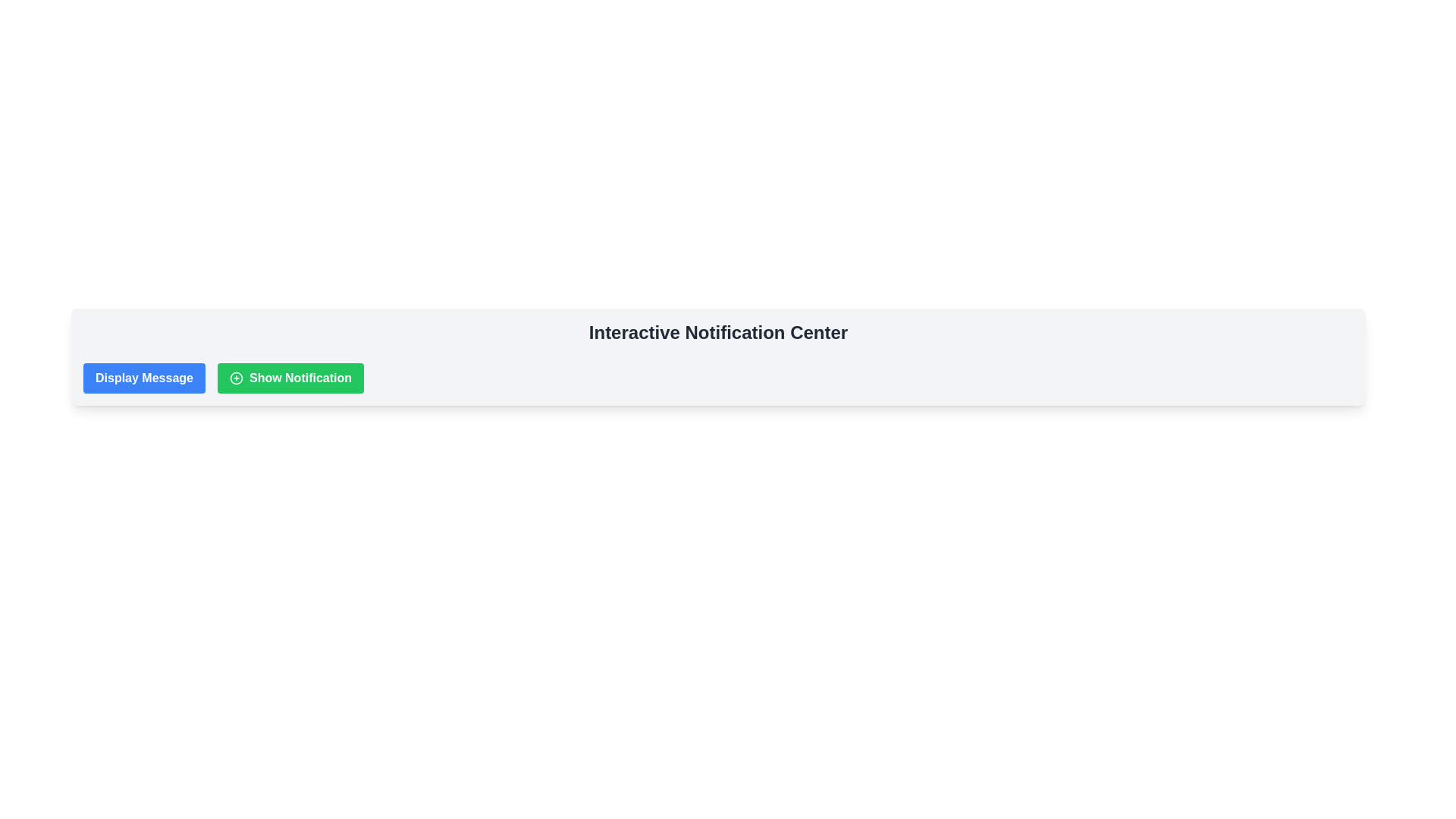 This screenshot has height=819, width=1456. I want to click on the green button labeled 'Show Notification' which features white bold text and a plus sign icon for interactive effects, so click(290, 377).